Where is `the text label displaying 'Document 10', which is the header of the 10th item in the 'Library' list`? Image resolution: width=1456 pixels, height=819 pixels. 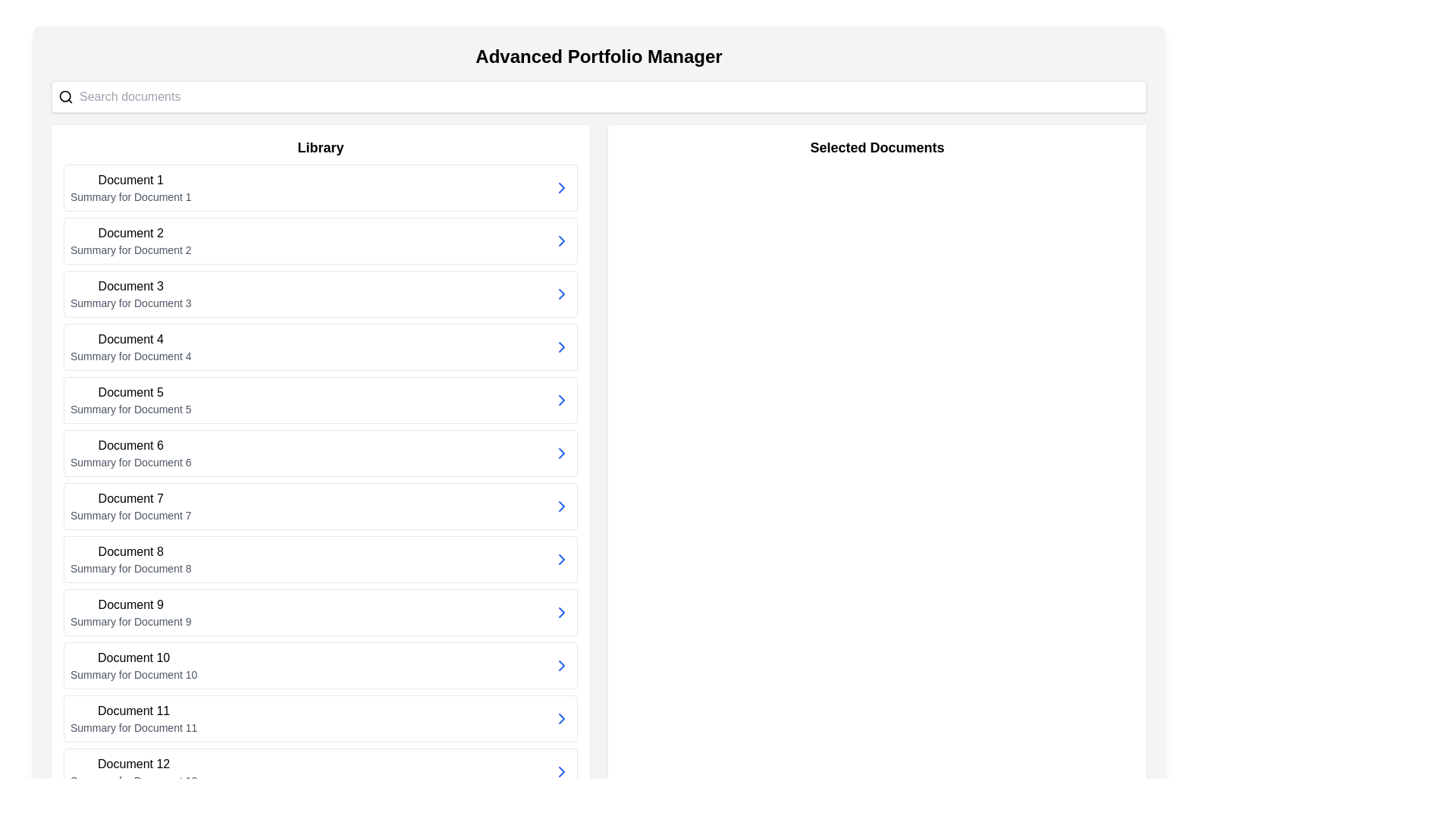 the text label displaying 'Document 10', which is the header of the 10th item in the 'Library' list is located at coordinates (133, 657).